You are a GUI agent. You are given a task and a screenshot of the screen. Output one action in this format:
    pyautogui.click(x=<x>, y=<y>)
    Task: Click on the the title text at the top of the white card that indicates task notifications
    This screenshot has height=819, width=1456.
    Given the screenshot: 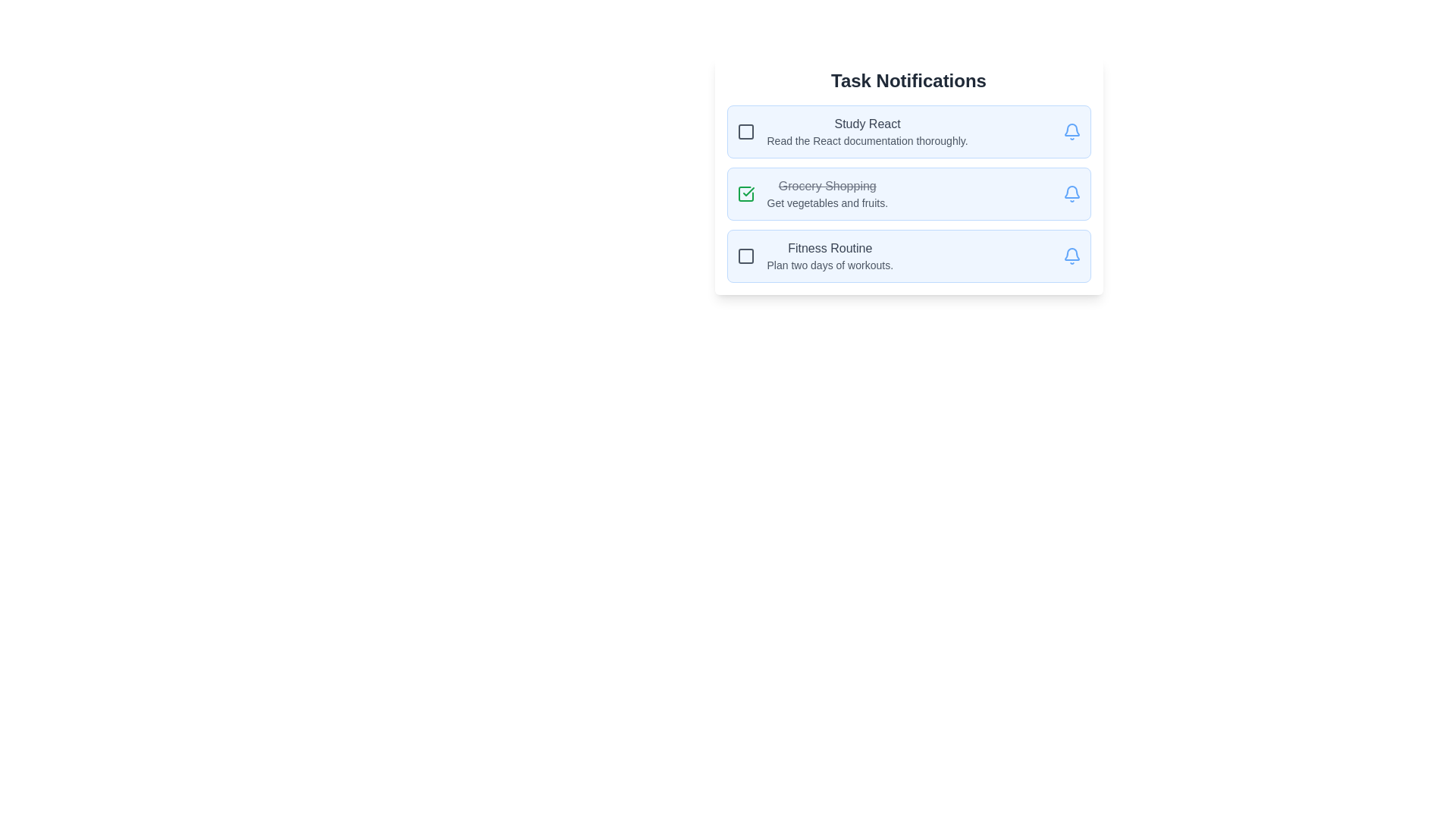 What is the action you would take?
    pyautogui.click(x=908, y=81)
    